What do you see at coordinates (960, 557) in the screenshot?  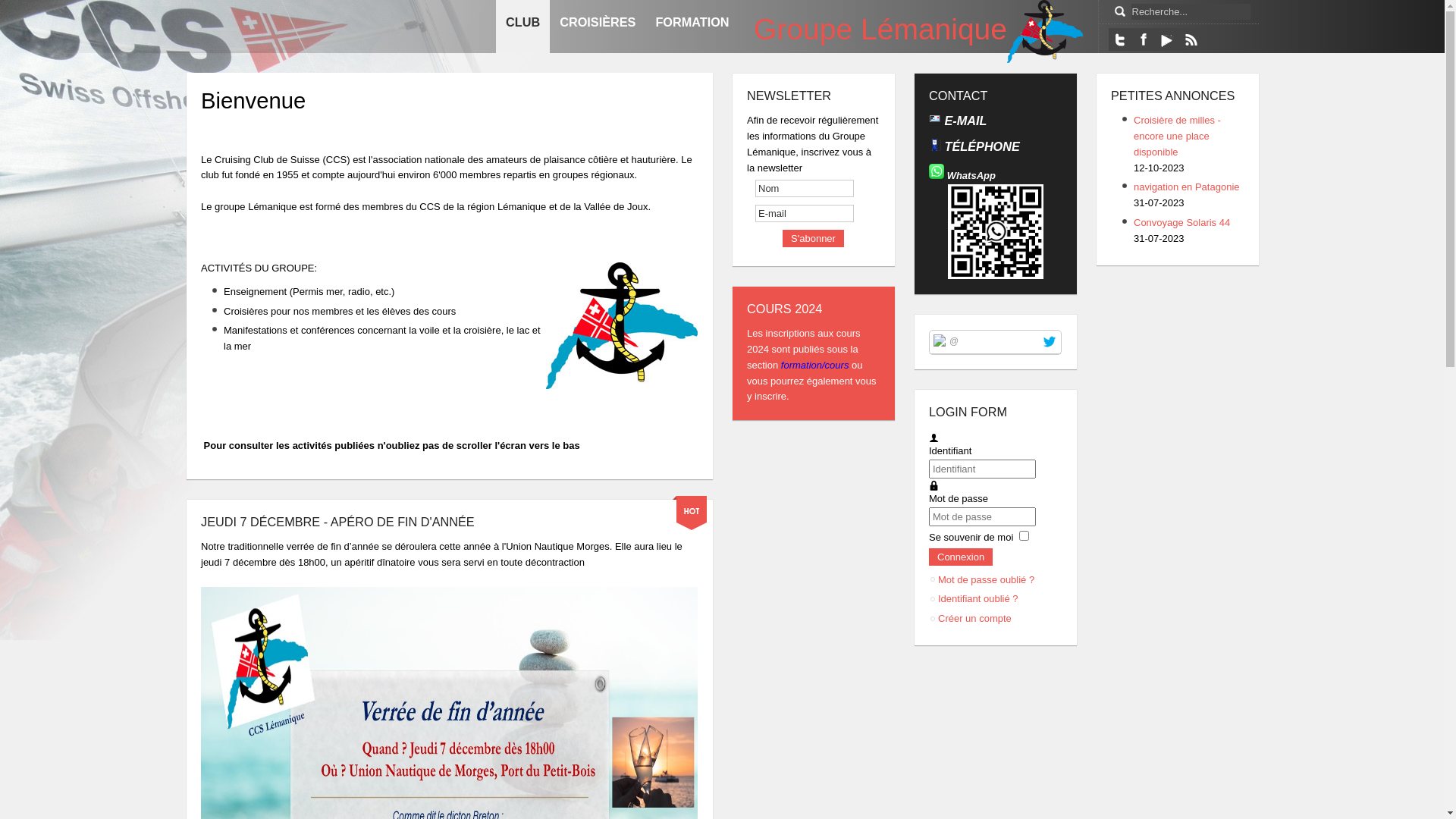 I see `'Connexion'` at bounding box center [960, 557].